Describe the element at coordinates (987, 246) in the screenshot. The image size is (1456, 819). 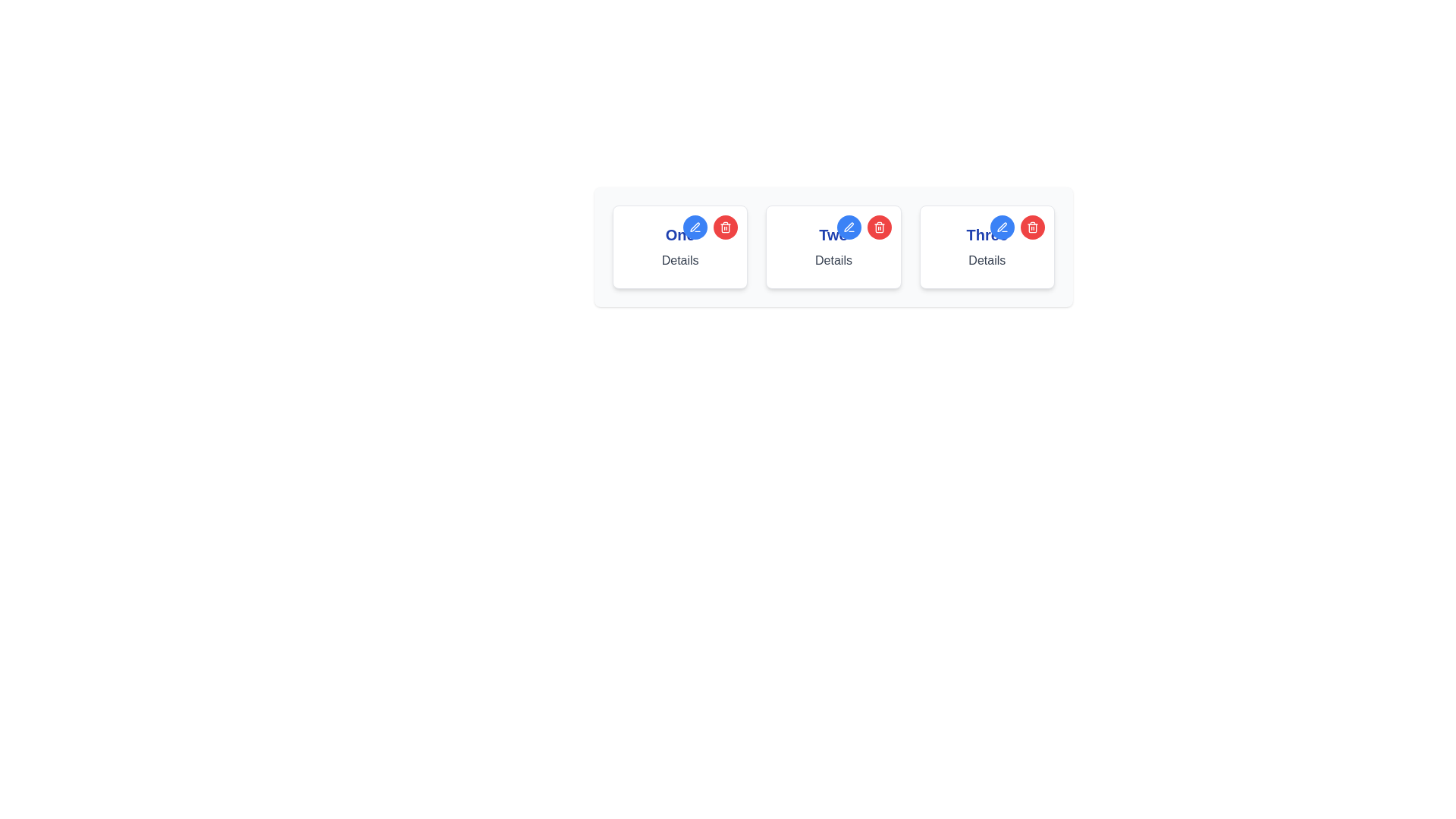
I see `the blue pencil icon on the card titled 'Three', which is the third card in a horizontally arranged set of three cards` at that location.